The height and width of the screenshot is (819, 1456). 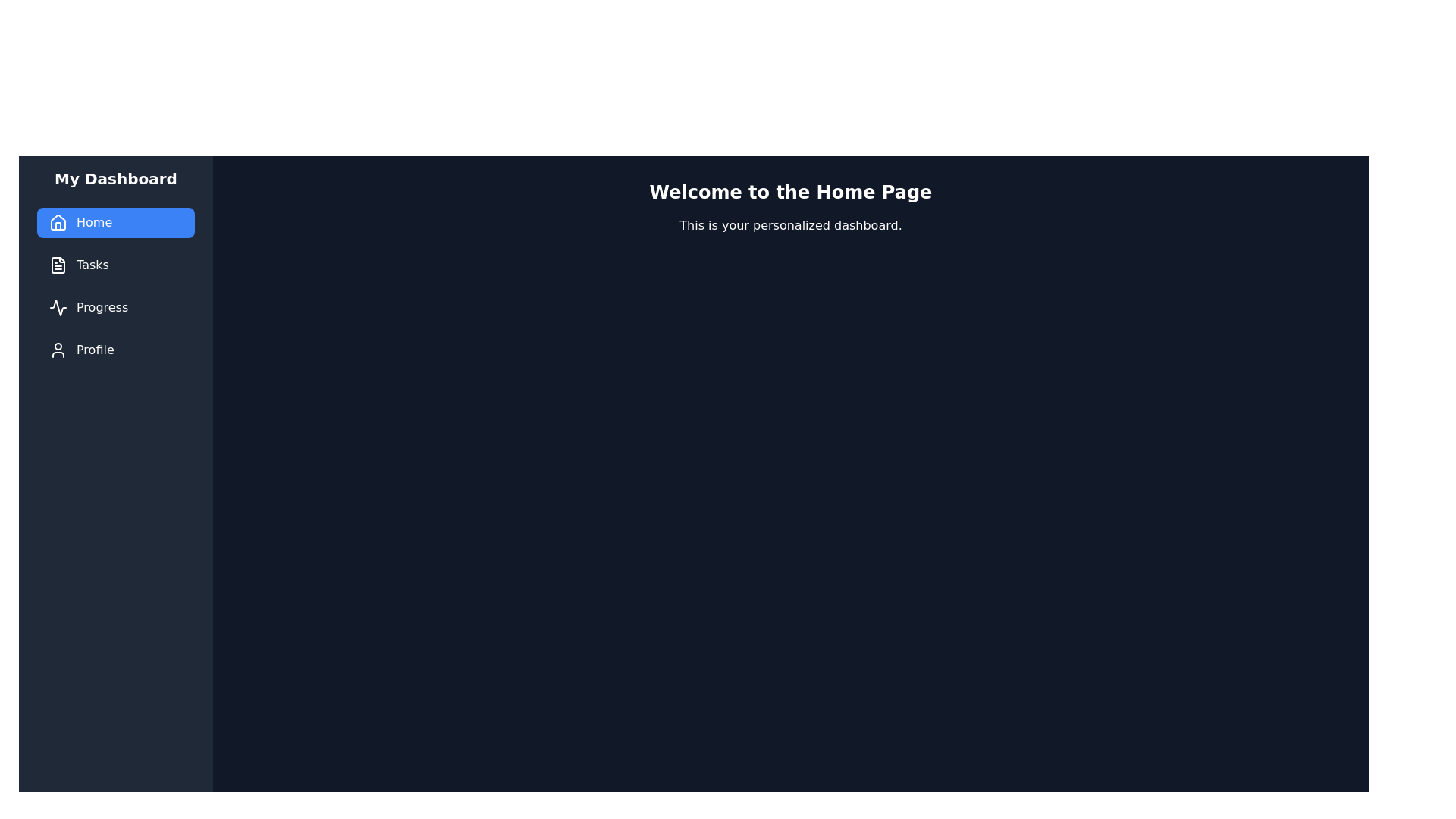 What do you see at coordinates (58, 307) in the screenshot?
I see `the 'Progress' icon in the sidebar navigation menu` at bounding box center [58, 307].